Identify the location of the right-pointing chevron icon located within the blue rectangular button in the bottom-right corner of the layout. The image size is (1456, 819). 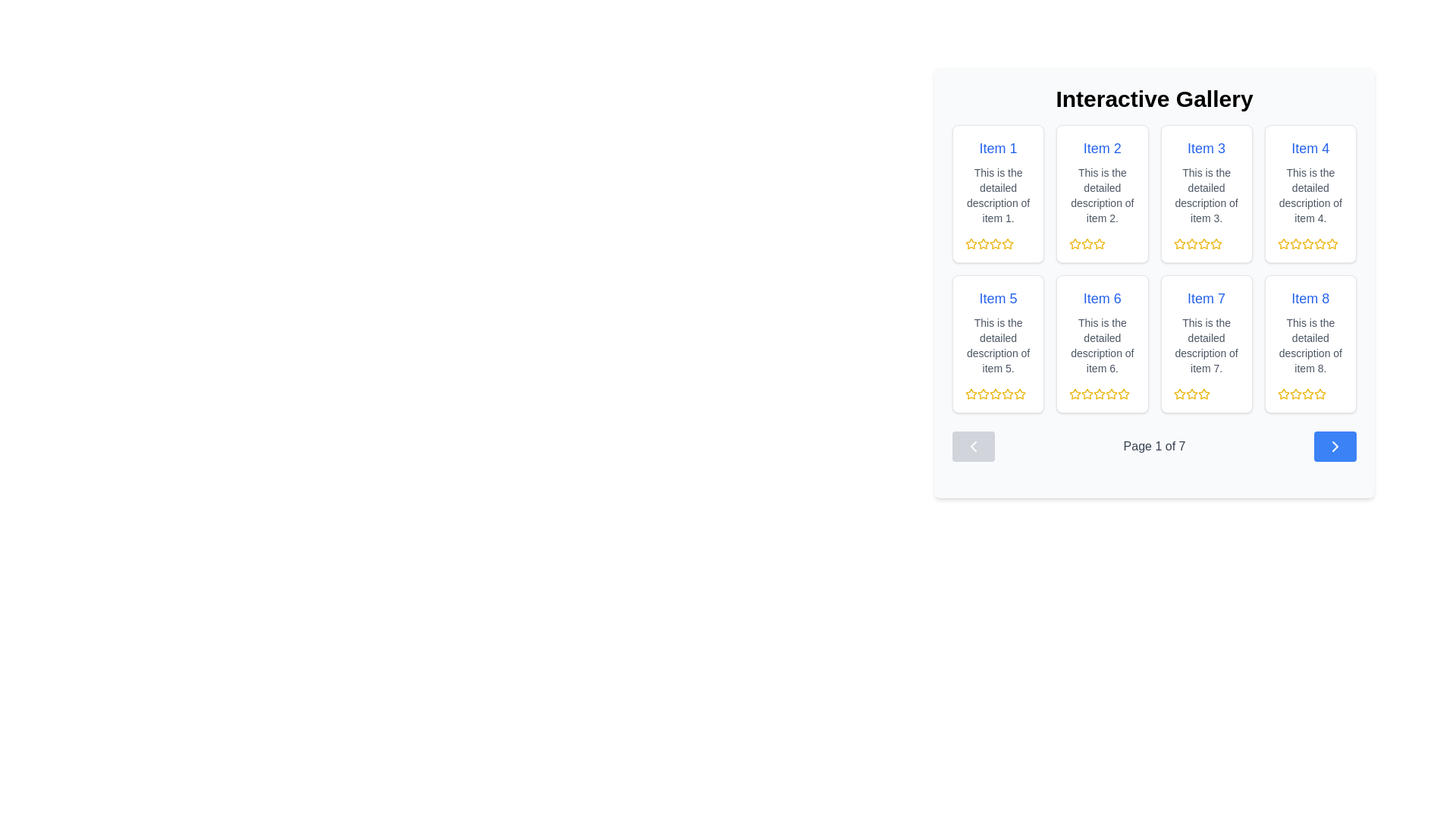
(1335, 446).